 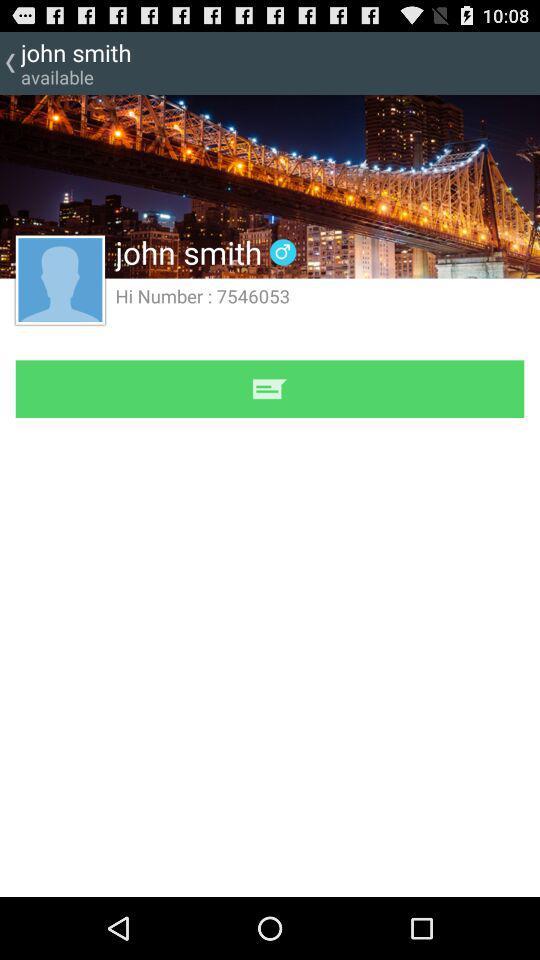 I want to click on icon to the right of john smith, so click(x=282, y=251).